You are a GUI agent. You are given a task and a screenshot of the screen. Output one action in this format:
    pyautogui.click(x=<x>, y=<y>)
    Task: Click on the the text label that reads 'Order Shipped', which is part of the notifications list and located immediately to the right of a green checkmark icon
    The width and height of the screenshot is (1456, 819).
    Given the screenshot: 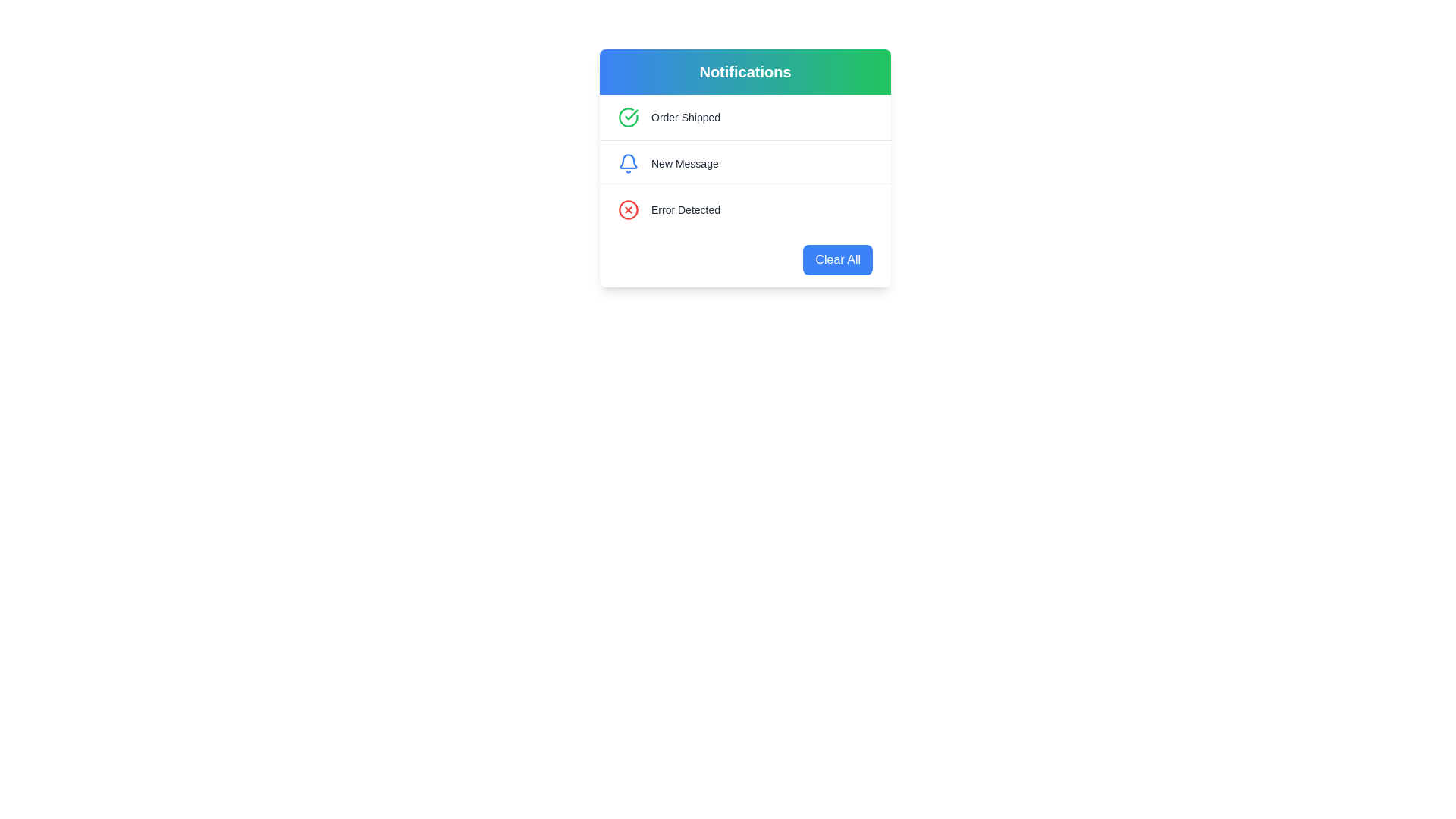 What is the action you would take?
    pyautogui.click(x=685, y=116)
    